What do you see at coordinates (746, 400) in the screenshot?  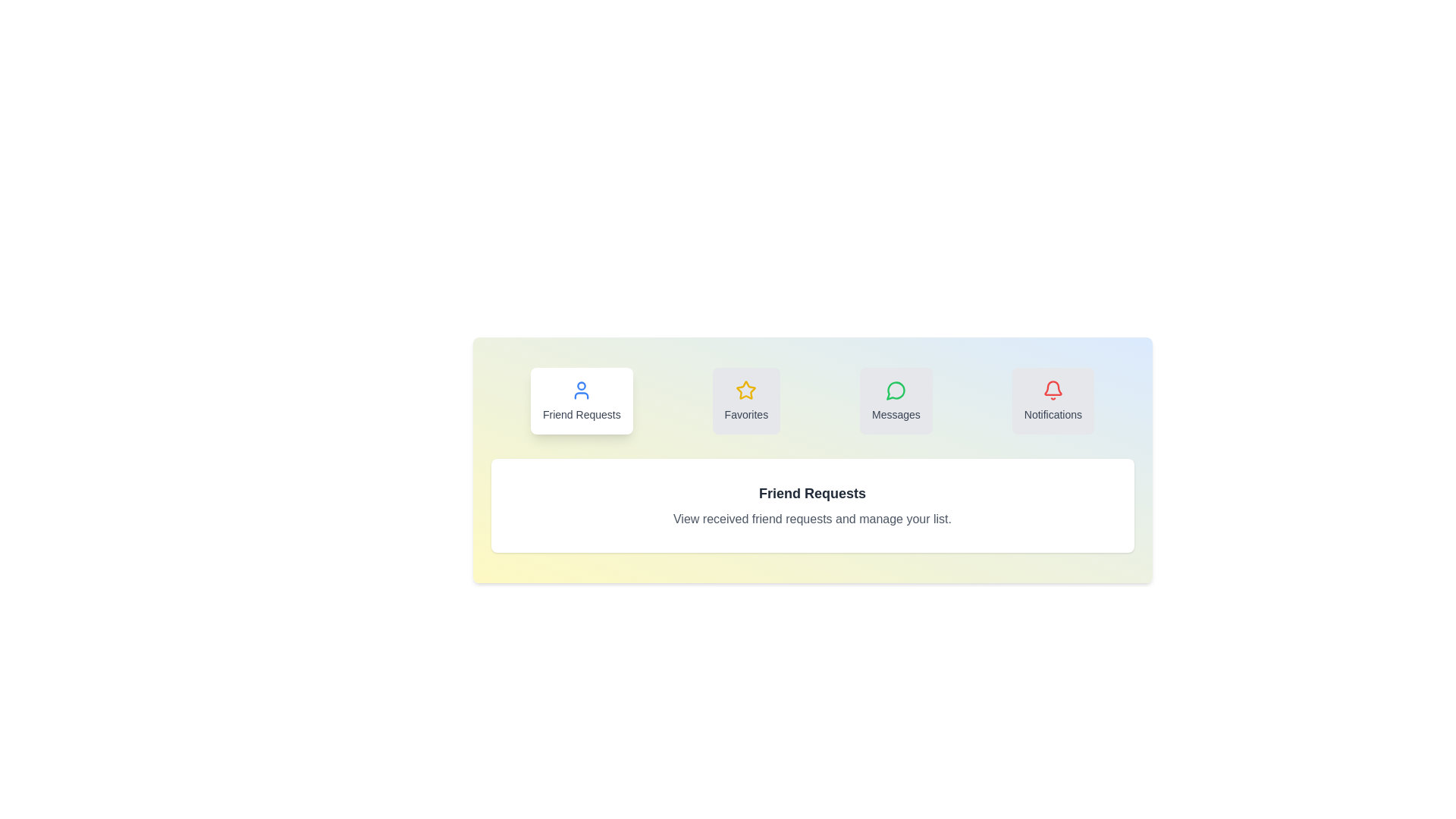 I see `the 'Favorites' tab to switch the active category` at bounding box center [746, 400].